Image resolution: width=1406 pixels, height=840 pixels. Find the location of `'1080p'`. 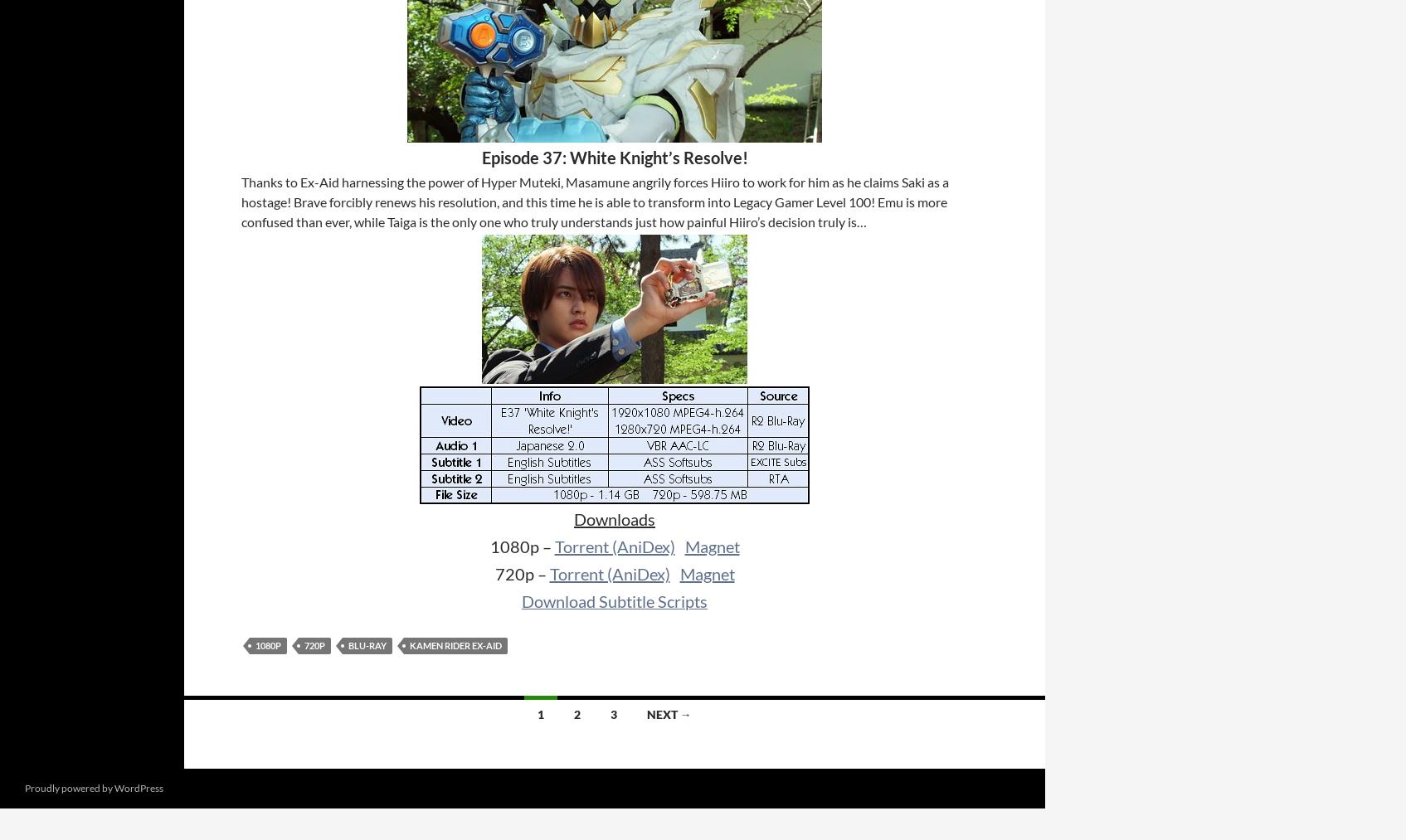

'1080p' is located at coordinates (268, 645).